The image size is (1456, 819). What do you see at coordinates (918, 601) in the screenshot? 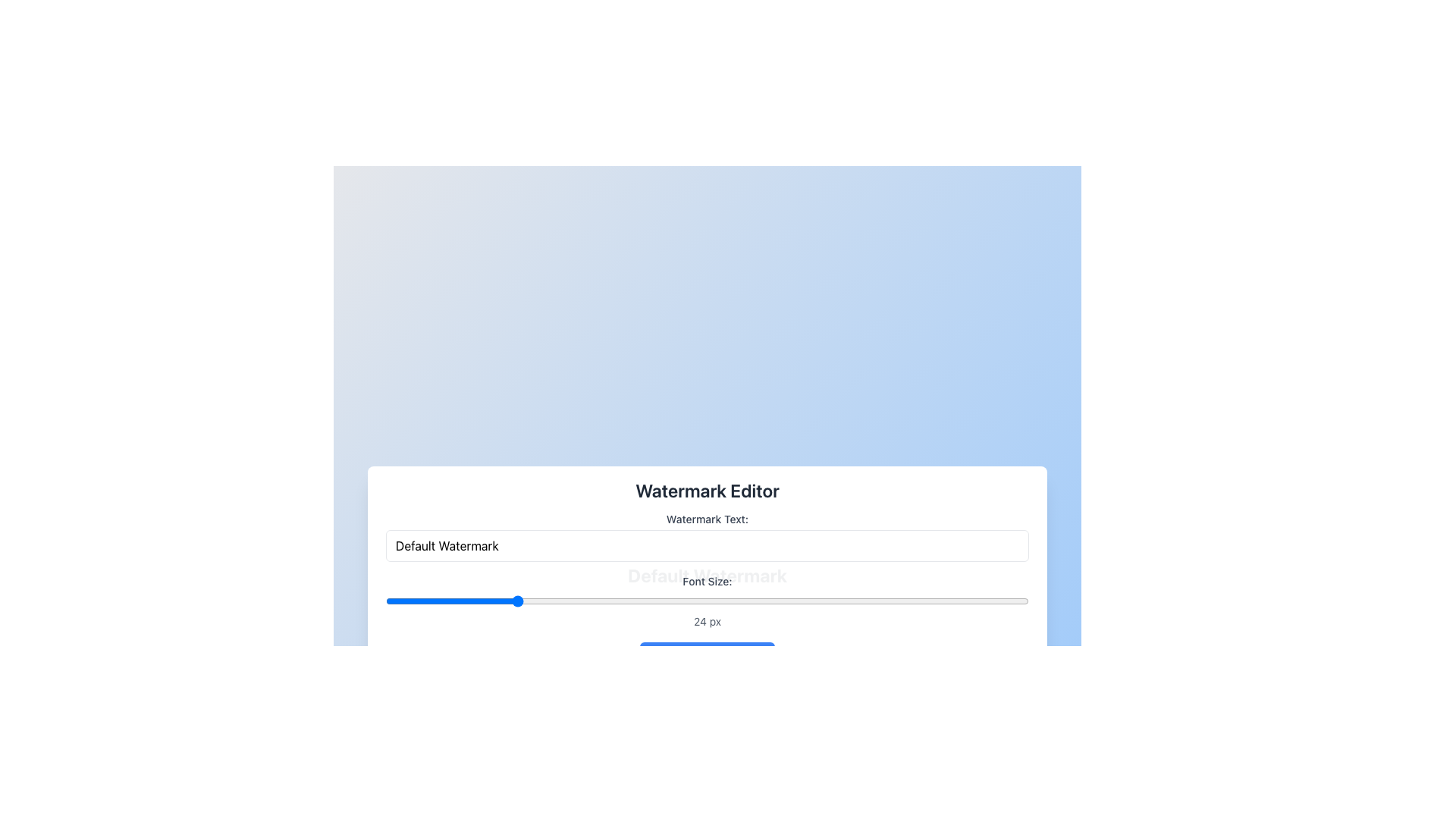
I see `the font size` at bounding box center [918, 601].